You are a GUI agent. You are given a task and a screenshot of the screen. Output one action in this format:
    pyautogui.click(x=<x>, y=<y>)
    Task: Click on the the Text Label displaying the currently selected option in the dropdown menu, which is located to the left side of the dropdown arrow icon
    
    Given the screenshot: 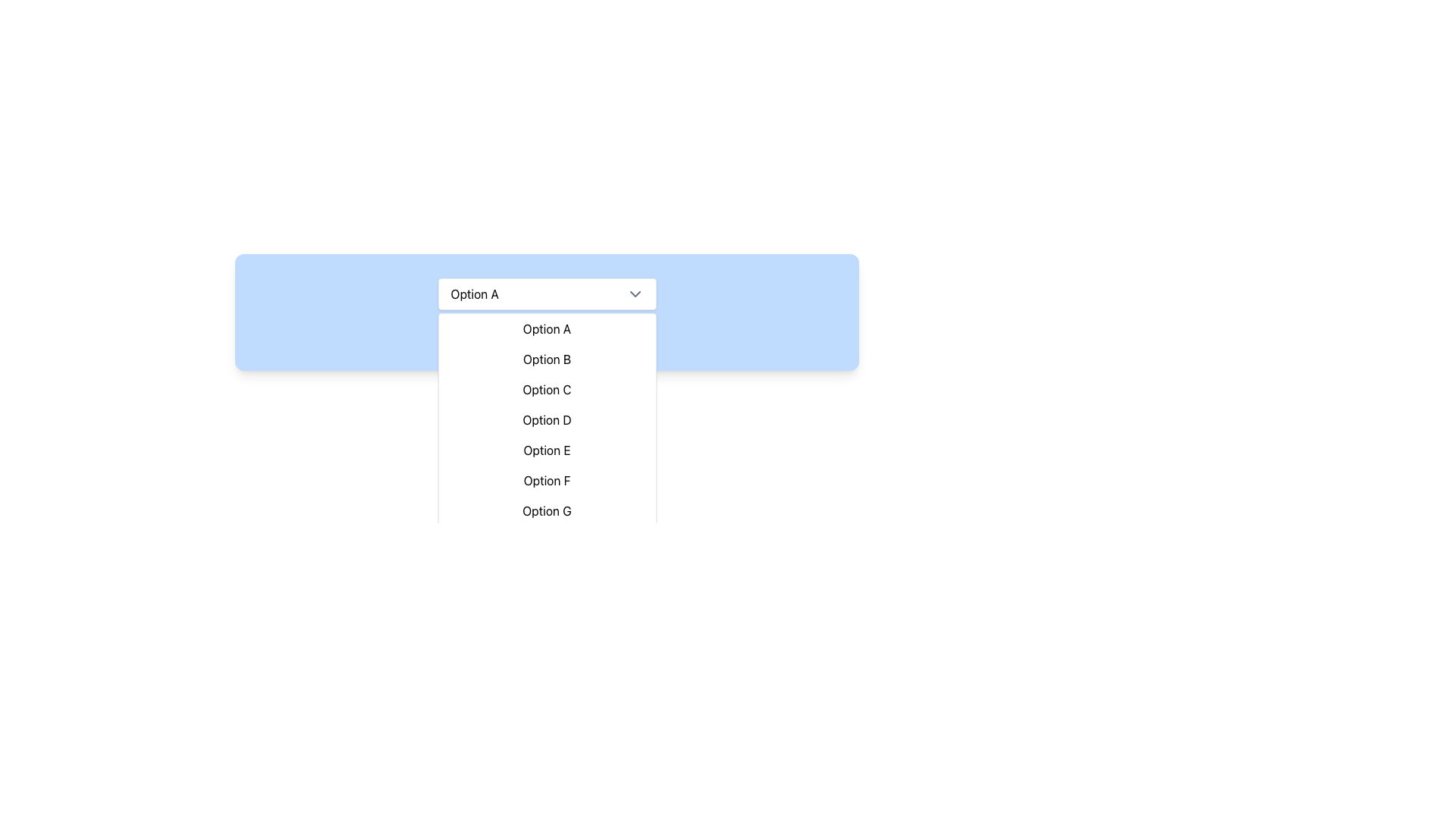 What is the action you would take?
    pyautogui.click(x=474, y=294)
    